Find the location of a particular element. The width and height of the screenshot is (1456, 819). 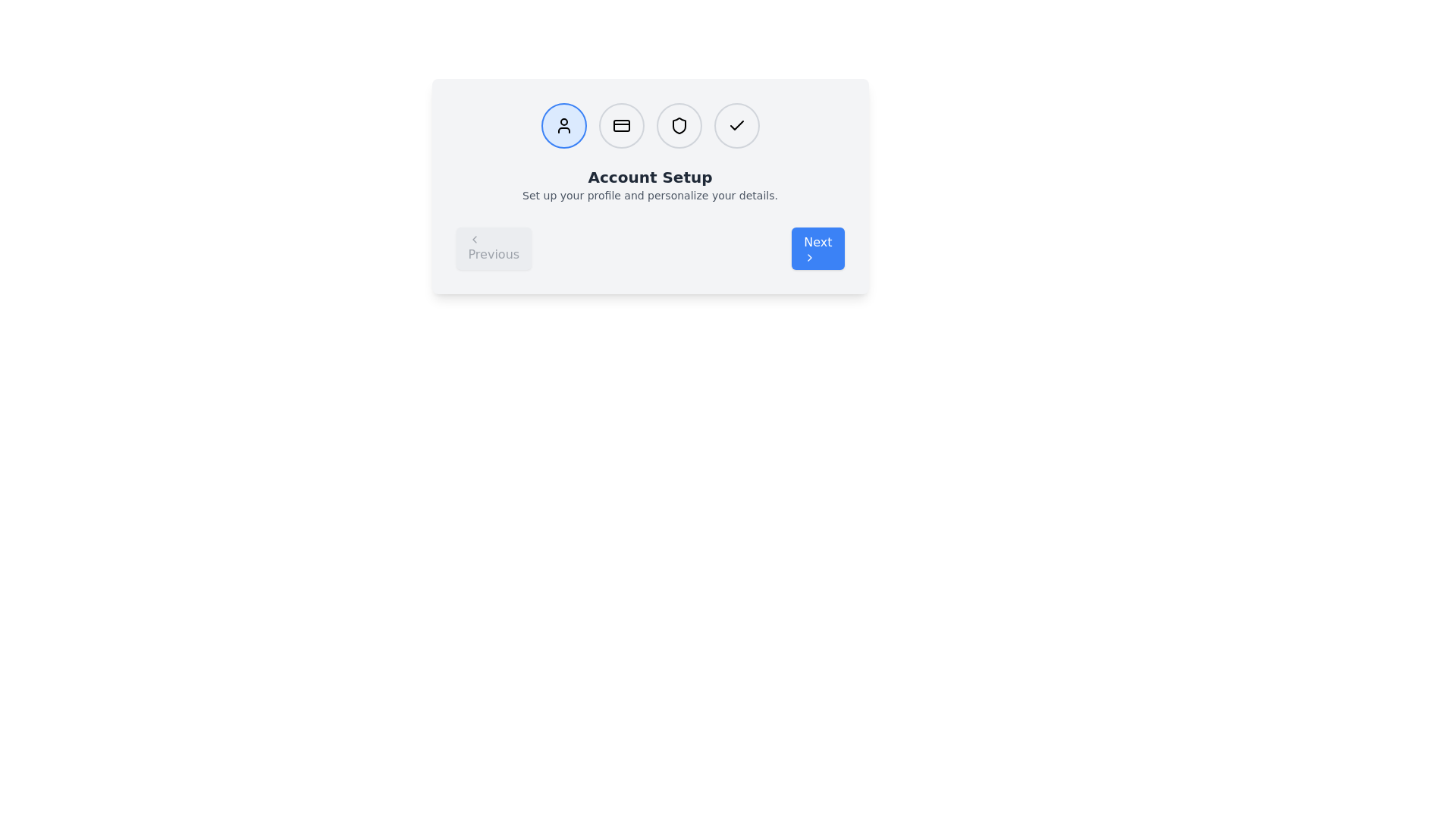

the shield-shaped icon embedded within the circular button, which is positioned third from the left among four similar buttons at the top center of the interface is located at coordinates (678, 124).